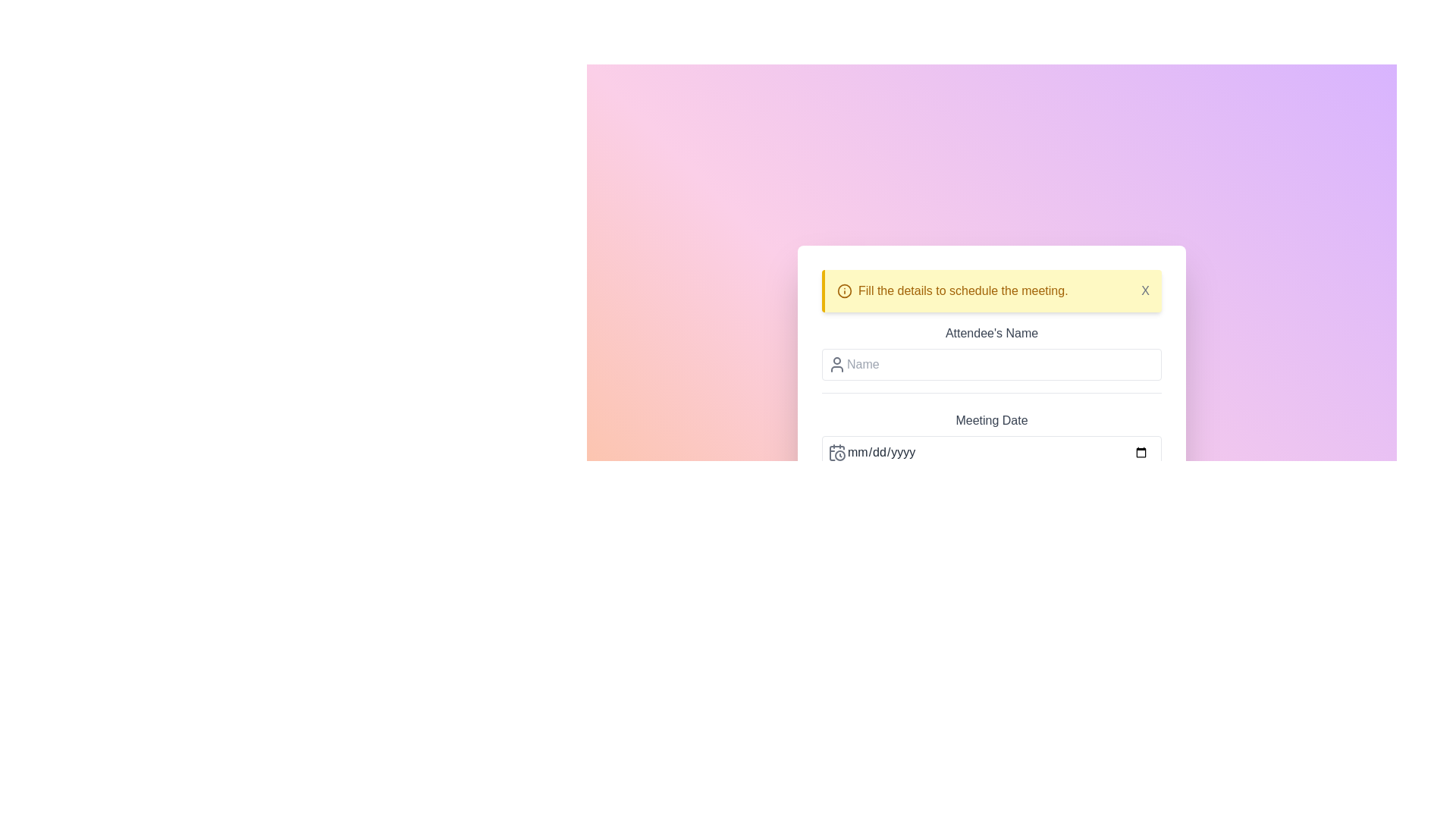  What do you see at coordinates (843, 291) in the screenshot?
I see `the informational icon located in the top-left corner of the notification box with a yellow background, positioned to the left of the text 'Fill the details to schedule the meeting.'` at bounding box center [843, 291].